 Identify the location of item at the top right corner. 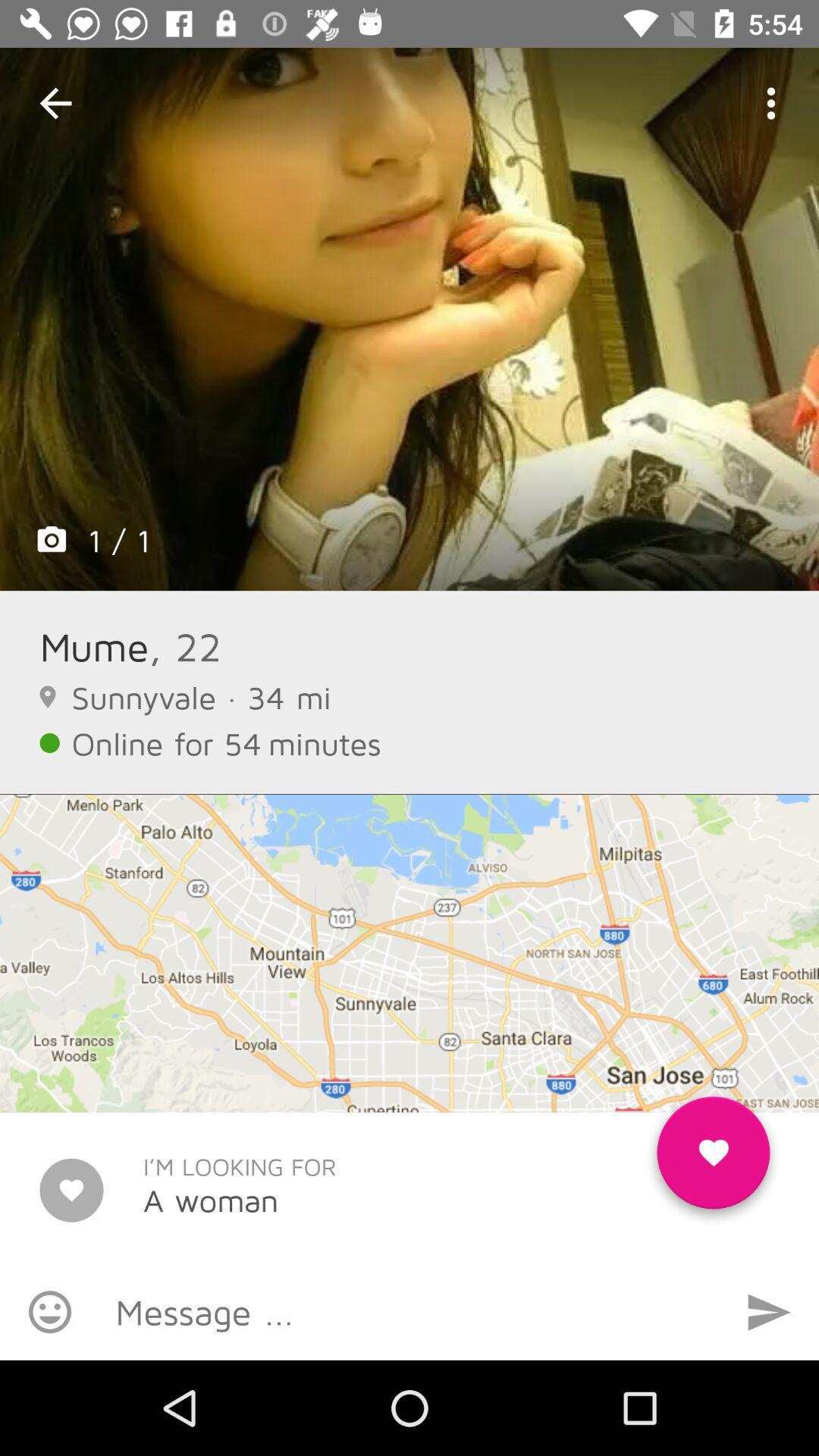
(771, 102).